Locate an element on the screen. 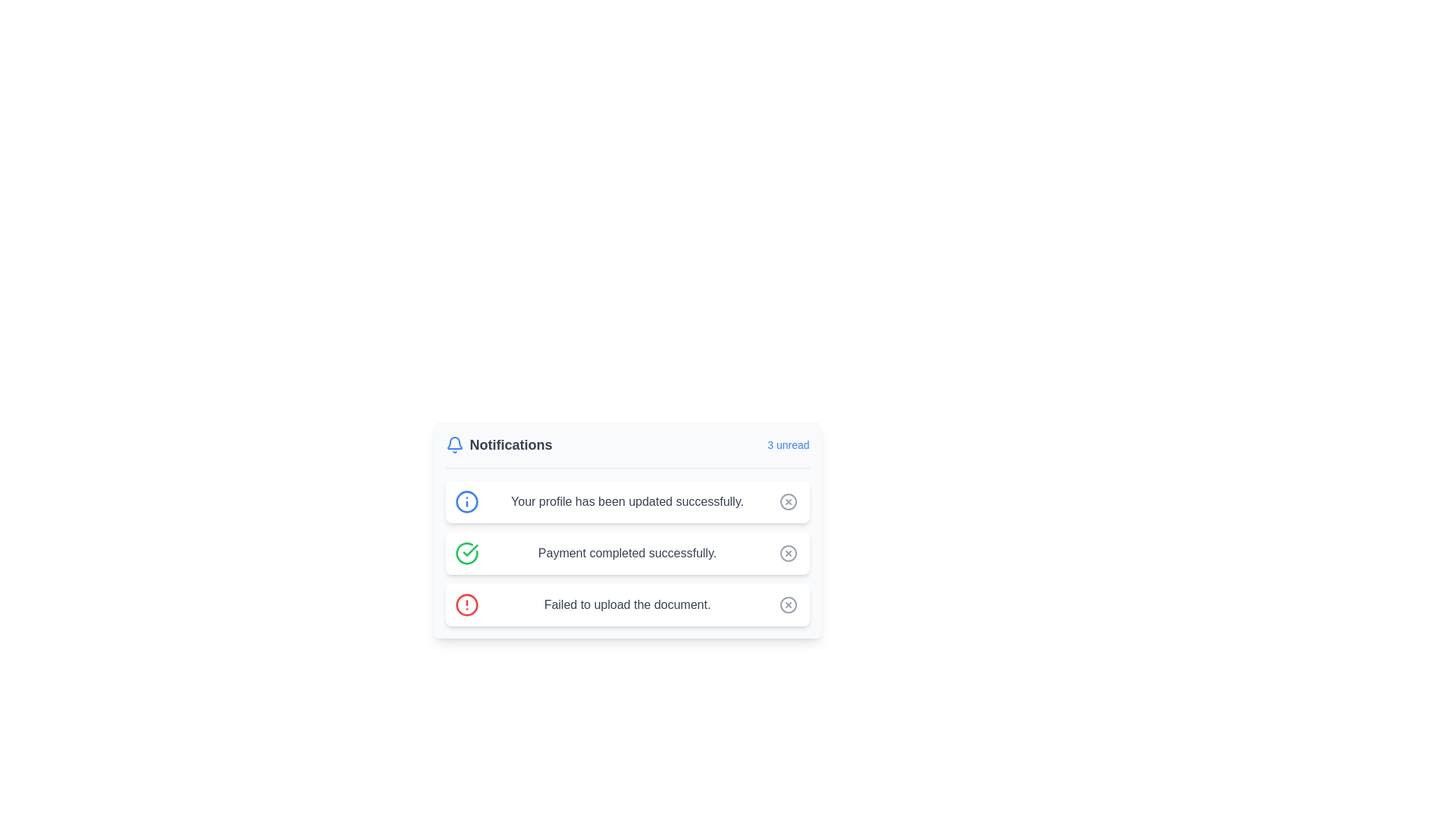 The width and height of the screenshot is (1456, 819). the blue bell icon indicating notifications, positioned to the left of the 'Notifications' text label is located at coordinates (453, 444).